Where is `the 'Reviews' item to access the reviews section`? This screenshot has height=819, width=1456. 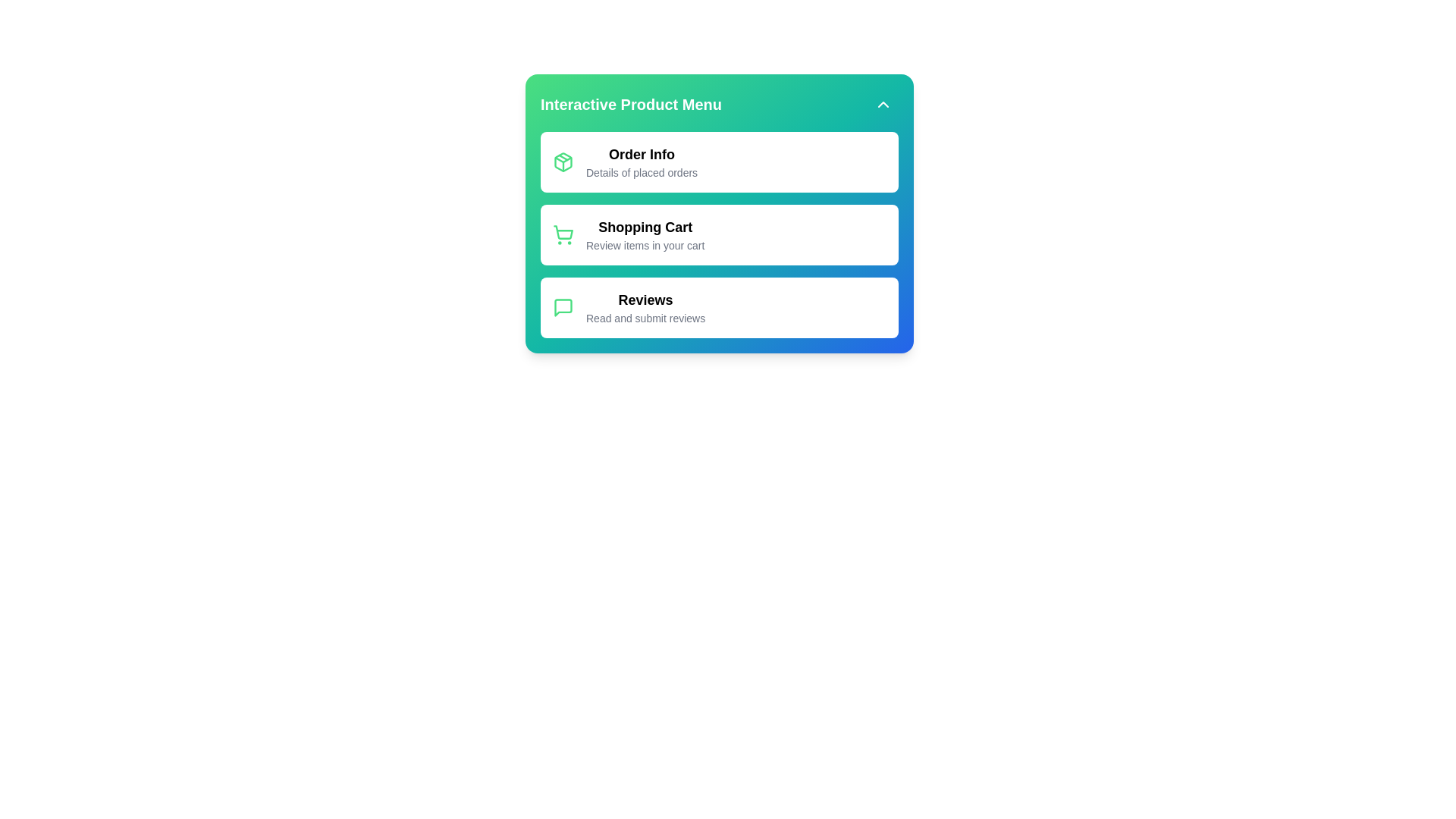 the 'Reviews' item to access the reviews section is located at coordinates (645, 307).